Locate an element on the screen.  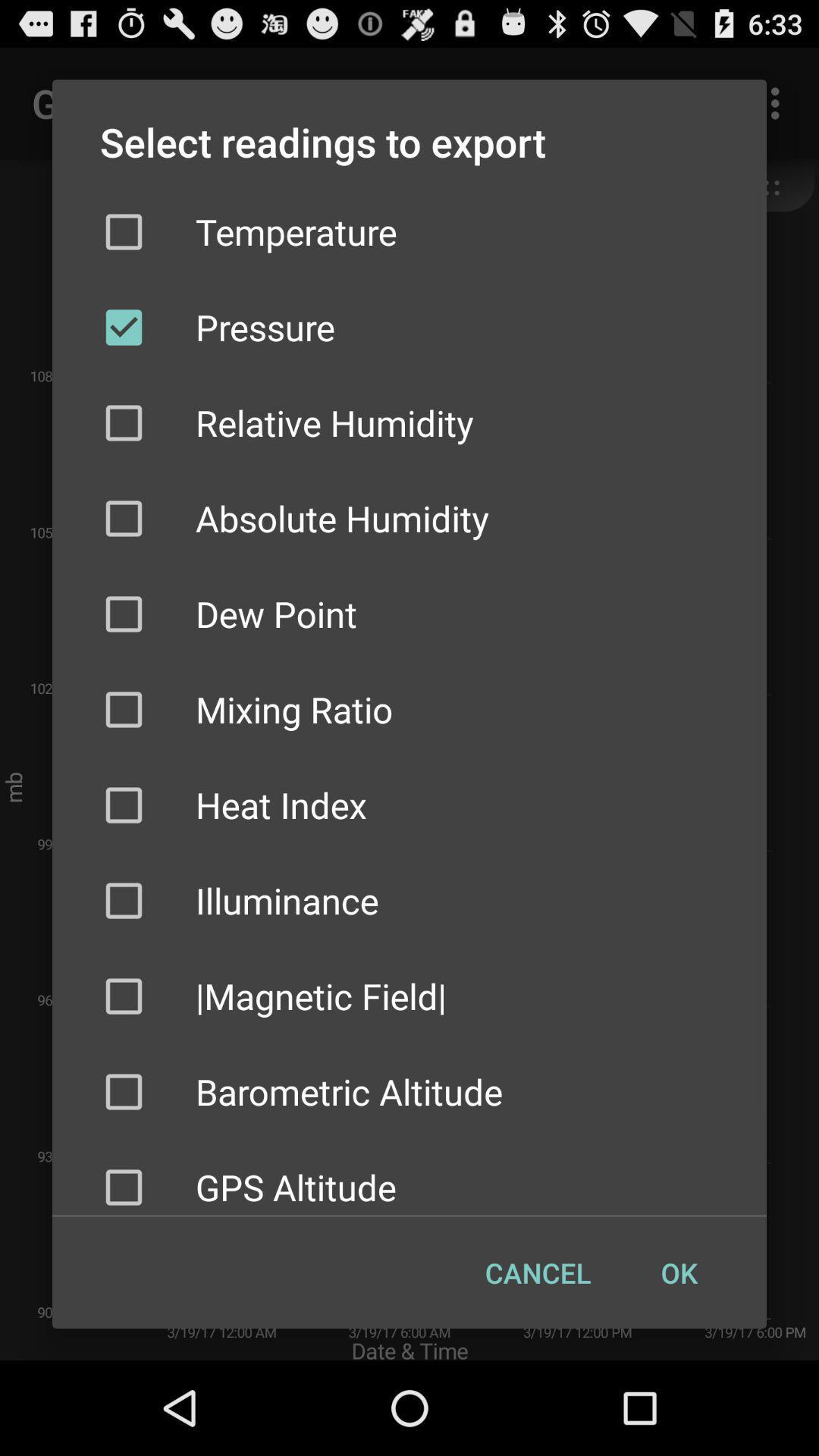
item below gps altitude checkbox is located at coordinates (537, 1272).